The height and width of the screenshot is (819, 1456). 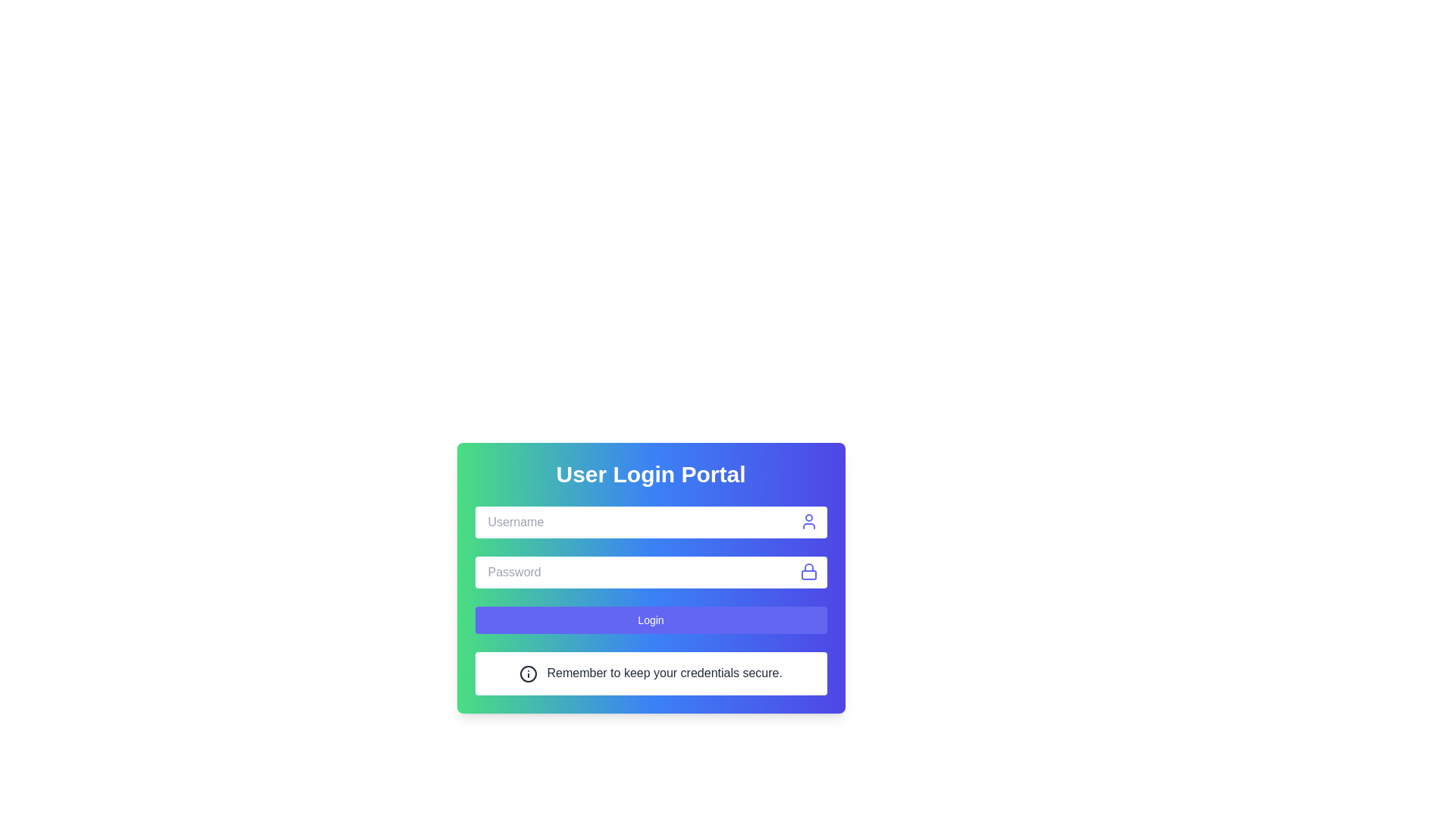 What do you see at coordinates (651, 620) in the screenshot?
I see `the login submission button to change its background color, which is positioned below the Password field and above an informational text line` at bounding box center [651, 620].